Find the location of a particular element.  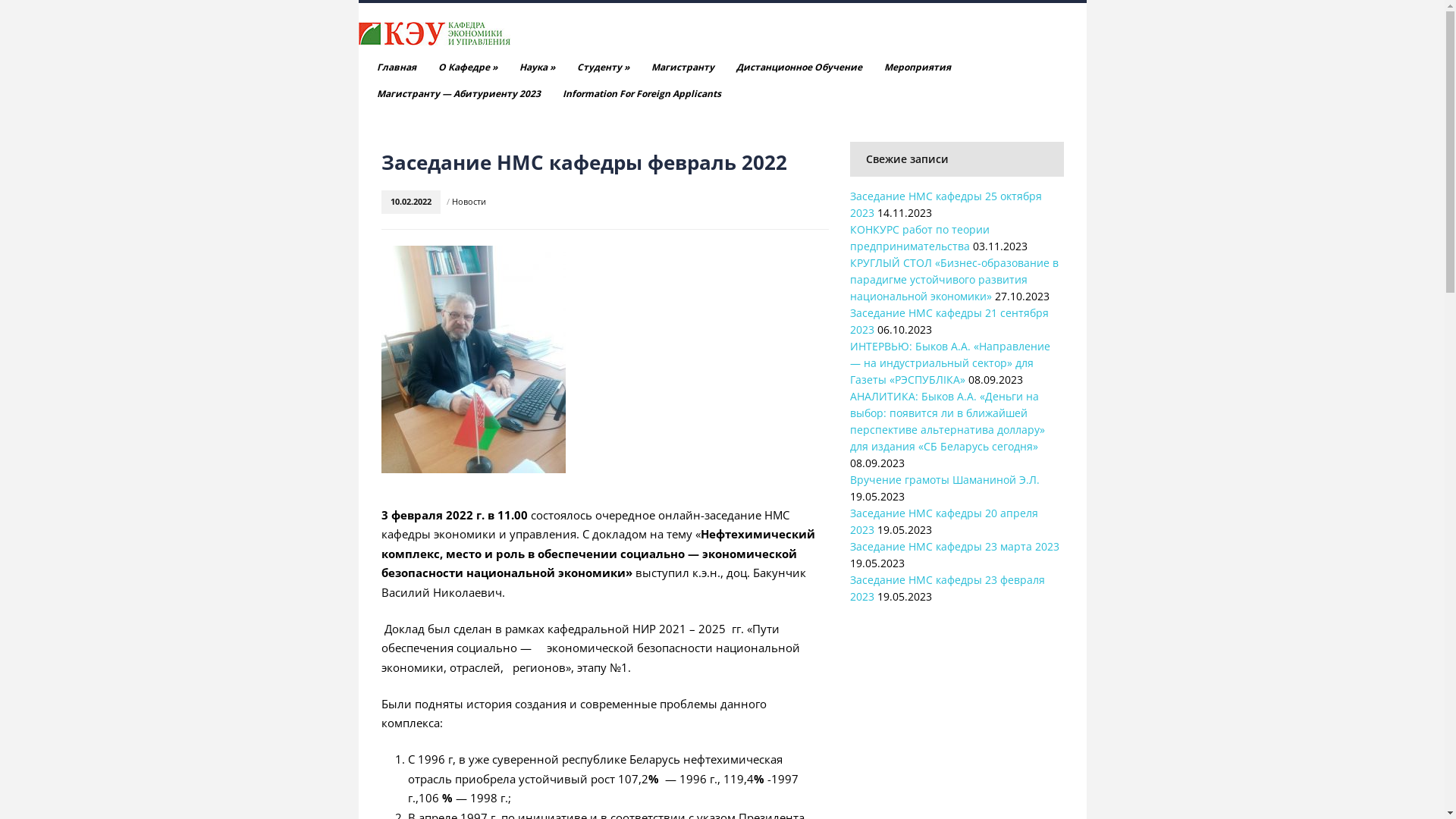

'Information For Foreign Applicants' is located at coordinates (642, 93).